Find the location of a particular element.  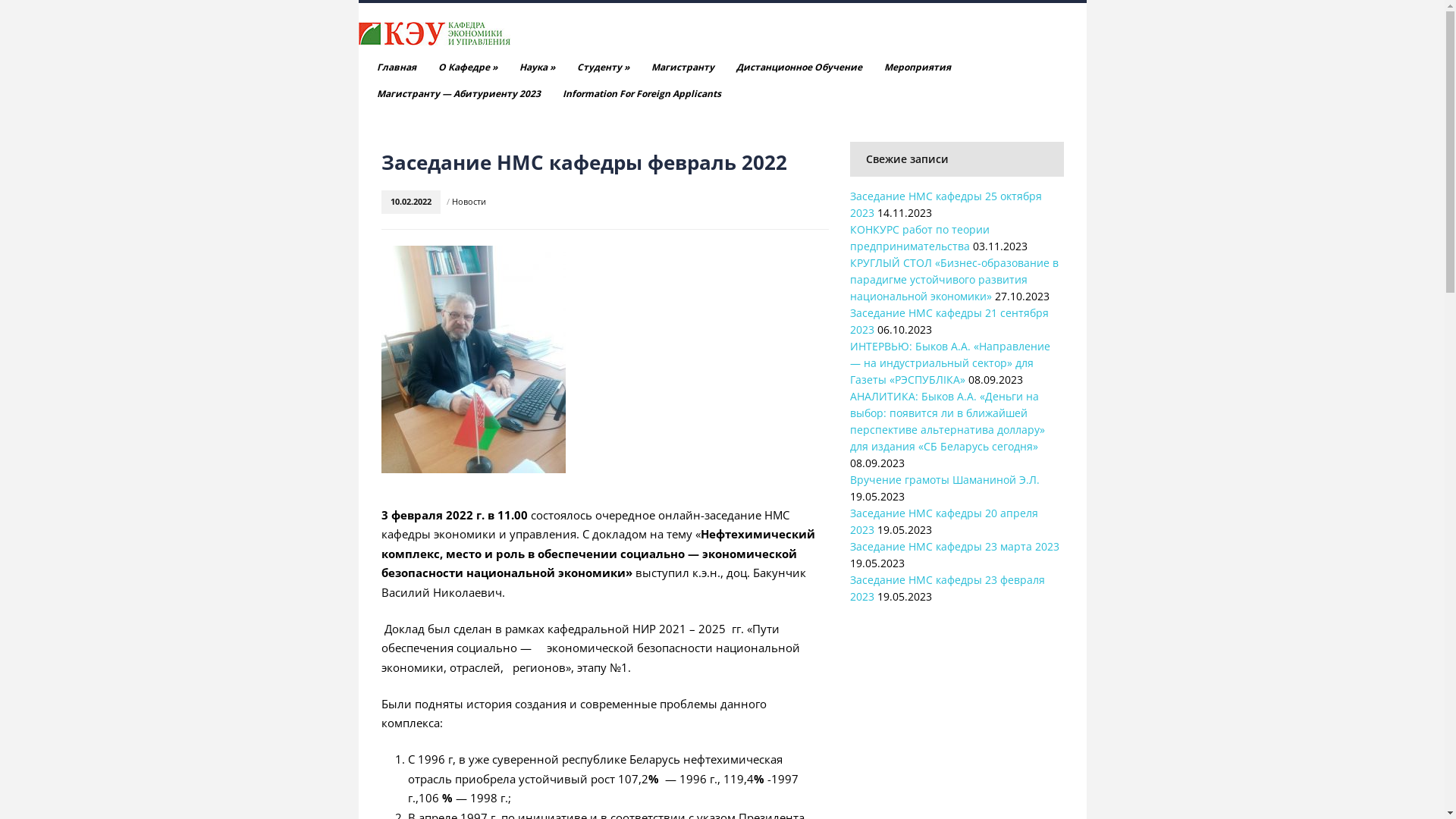

'Information For Foreign Applicants' is located at coordinates (642, 93).